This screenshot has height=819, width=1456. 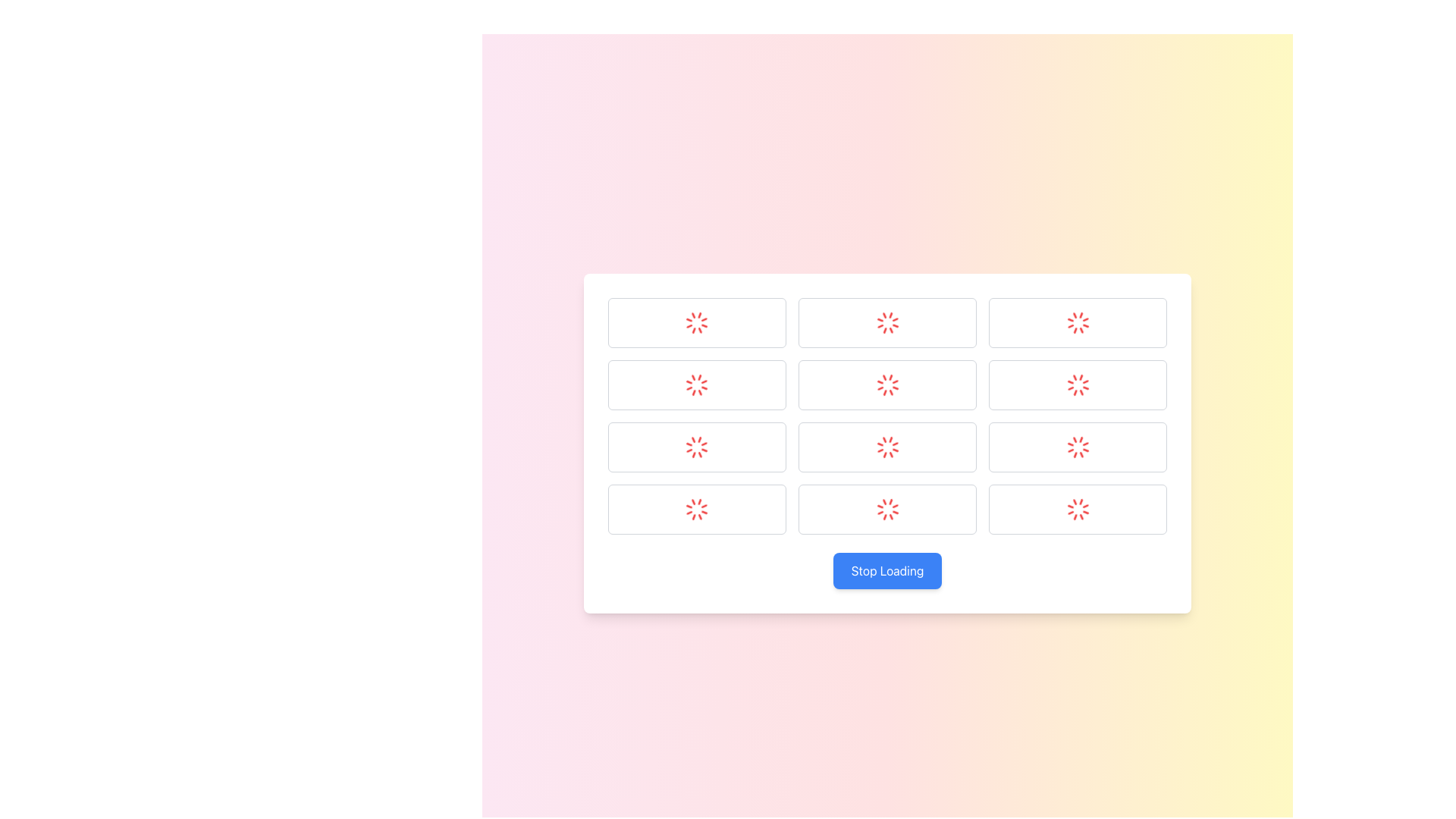 I want to click on the animation of the Animated Loader Icon, which is located centrally in the fifth row and third column of the grid layout, so click(x=887, y=447).